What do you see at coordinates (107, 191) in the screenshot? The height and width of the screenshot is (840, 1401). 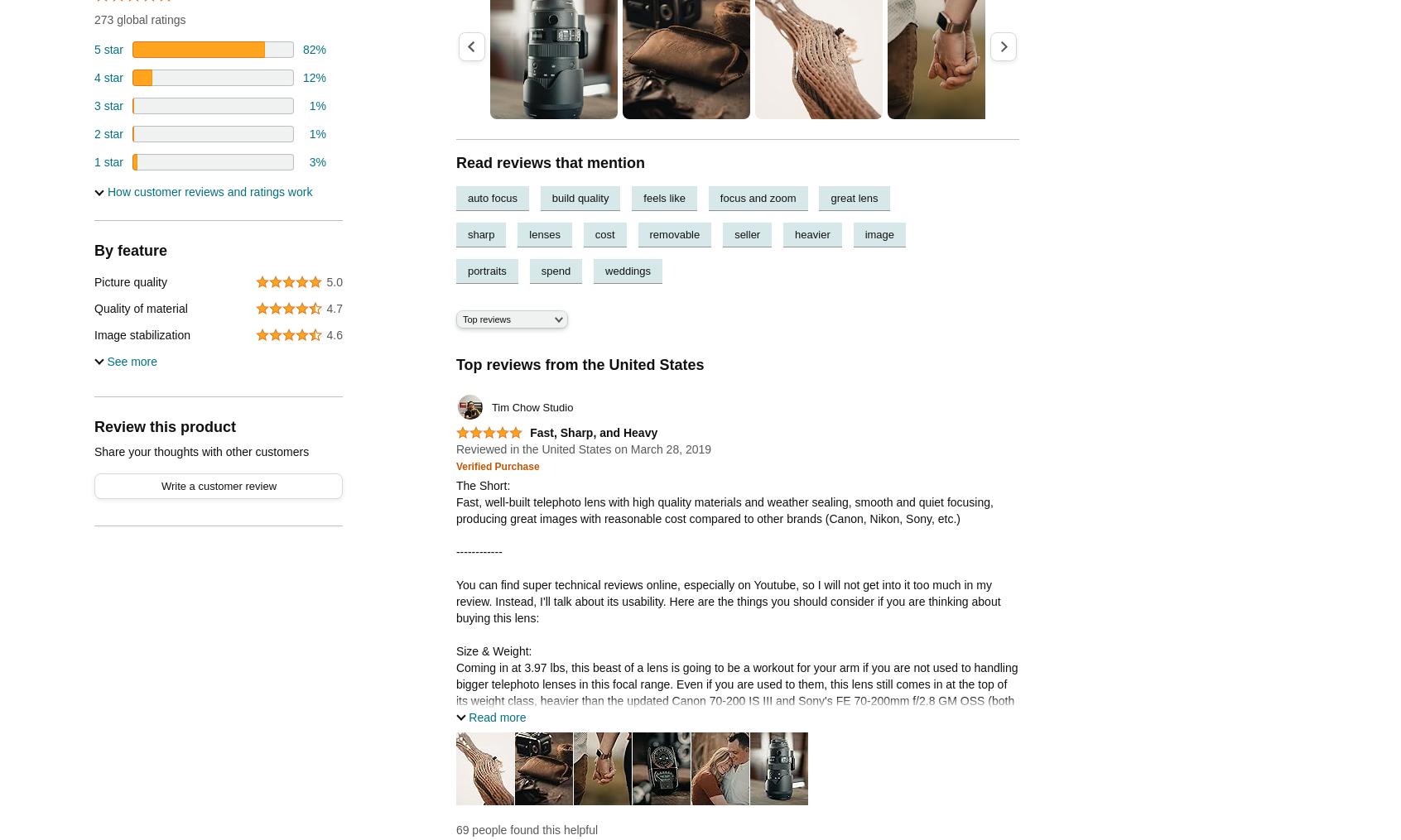 I see `'How customer reviews and ratings work'` at bounding box center [107, 191].